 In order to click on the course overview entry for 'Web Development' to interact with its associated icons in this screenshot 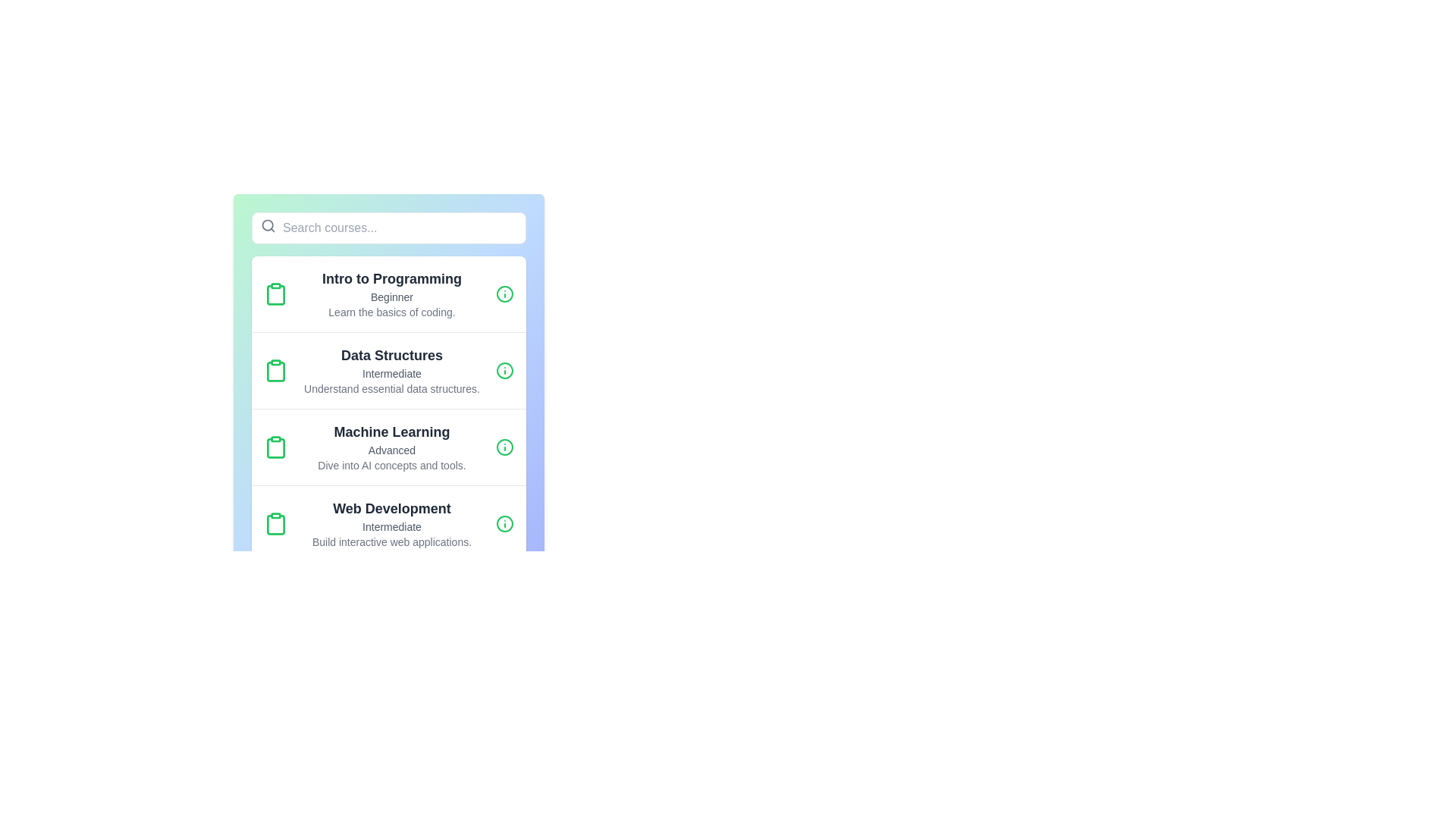, I will do `click(389, 522)`.